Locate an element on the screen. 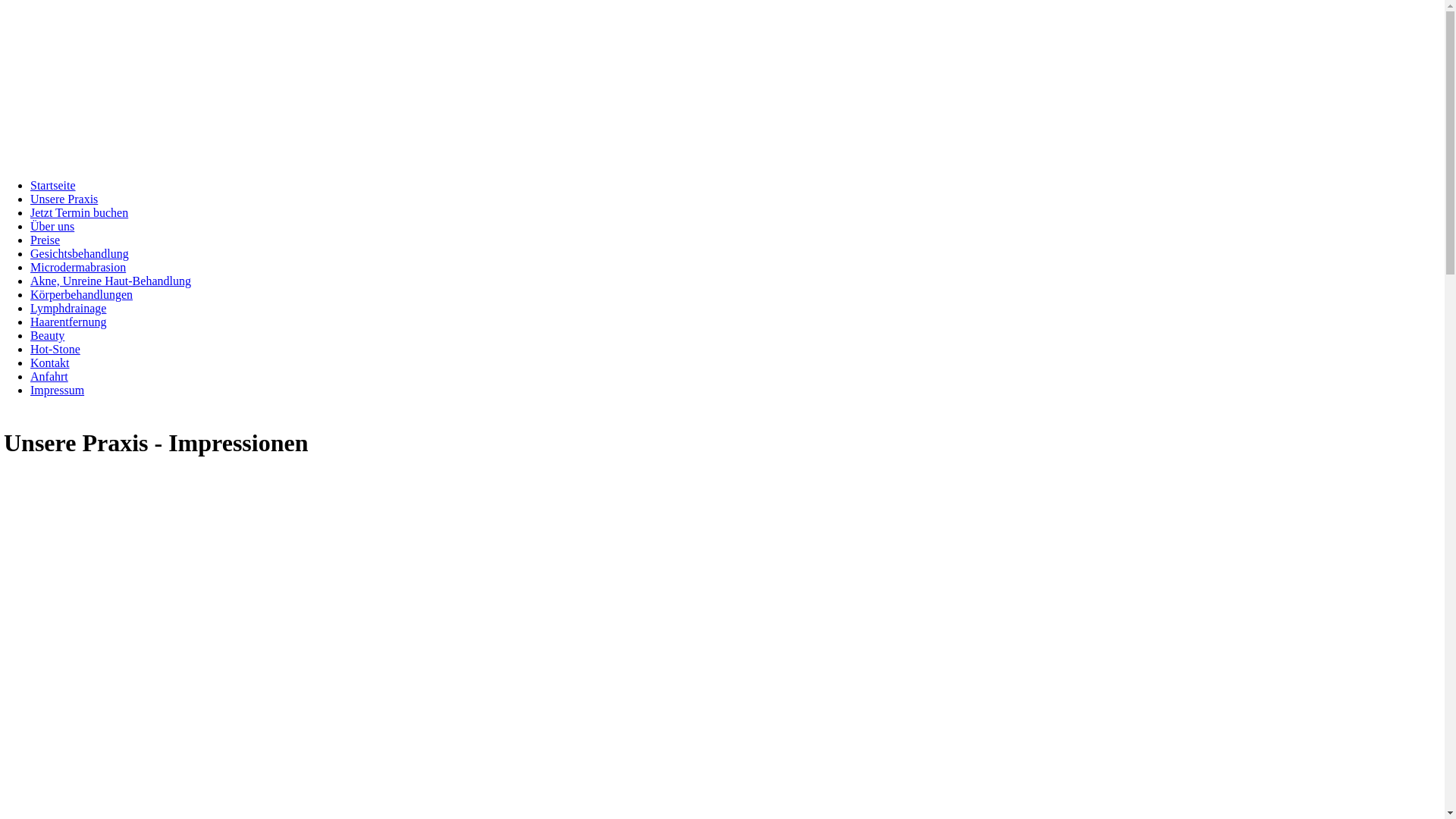 The height and width of the screenshot is (819, 1456). 'Impressum' is located at coordinates (57, 389).